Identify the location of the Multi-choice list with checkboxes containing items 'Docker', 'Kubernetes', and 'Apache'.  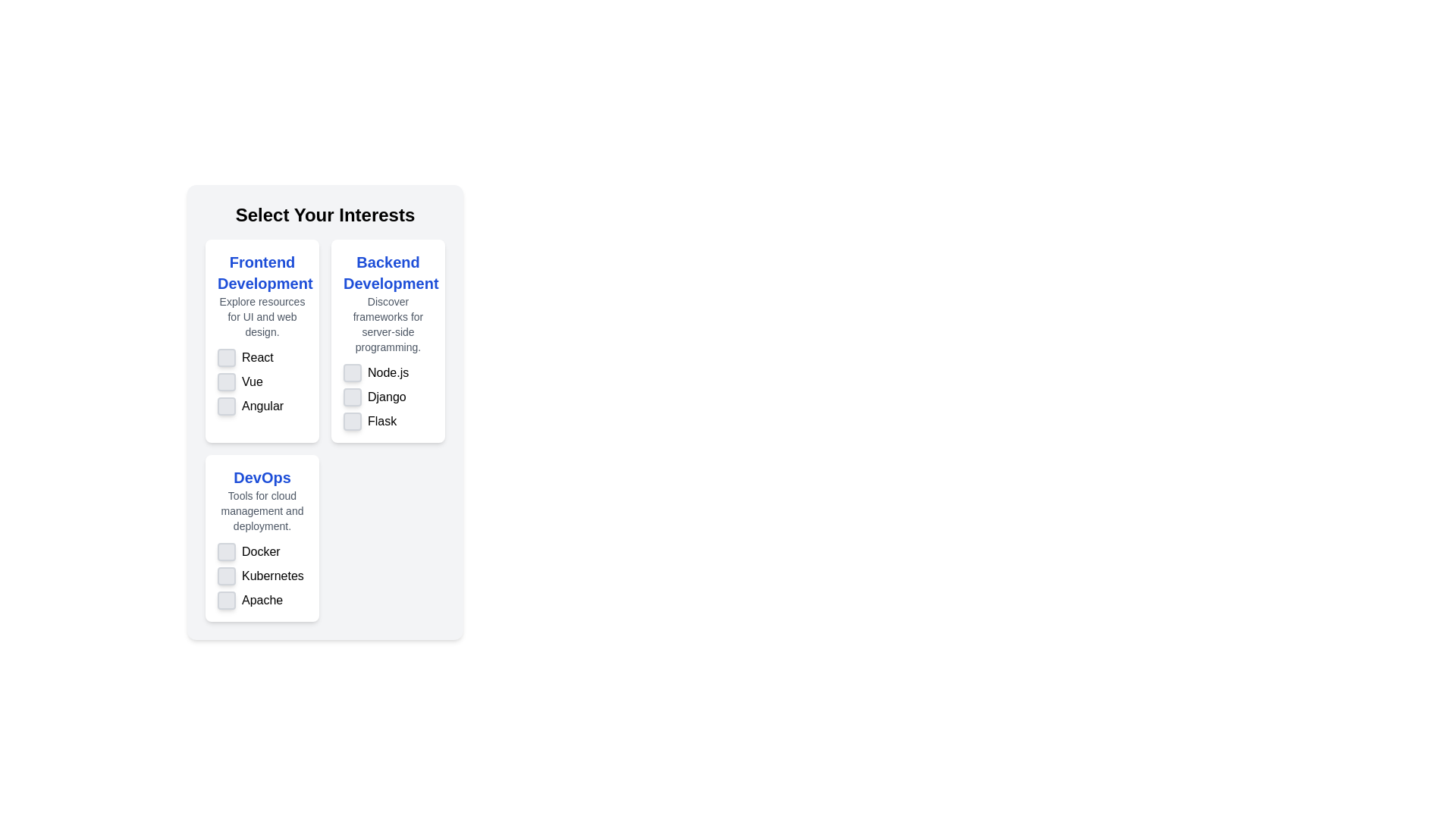
(262, 576).